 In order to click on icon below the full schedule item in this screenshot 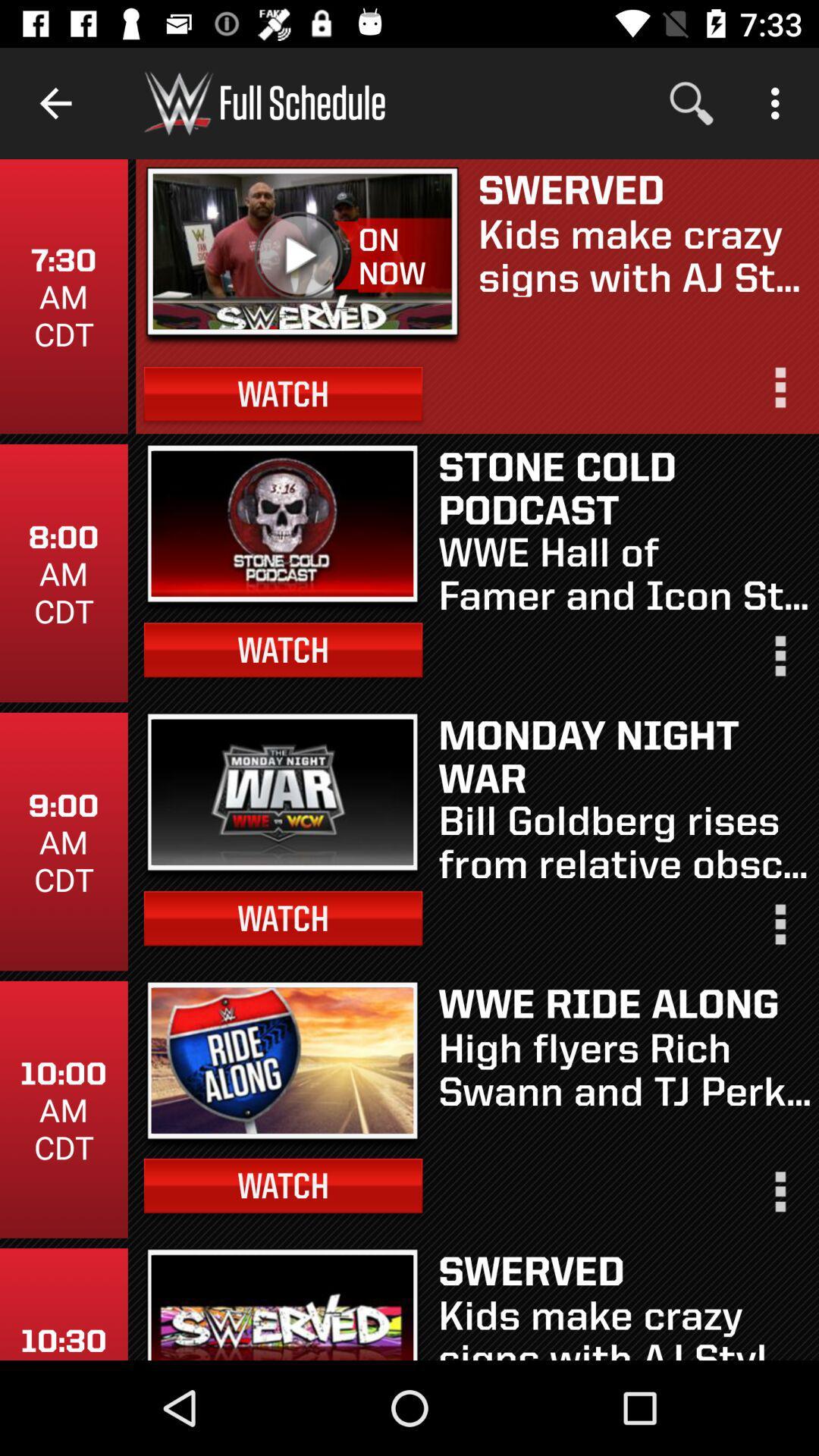, I will do `click(303, 256)`.